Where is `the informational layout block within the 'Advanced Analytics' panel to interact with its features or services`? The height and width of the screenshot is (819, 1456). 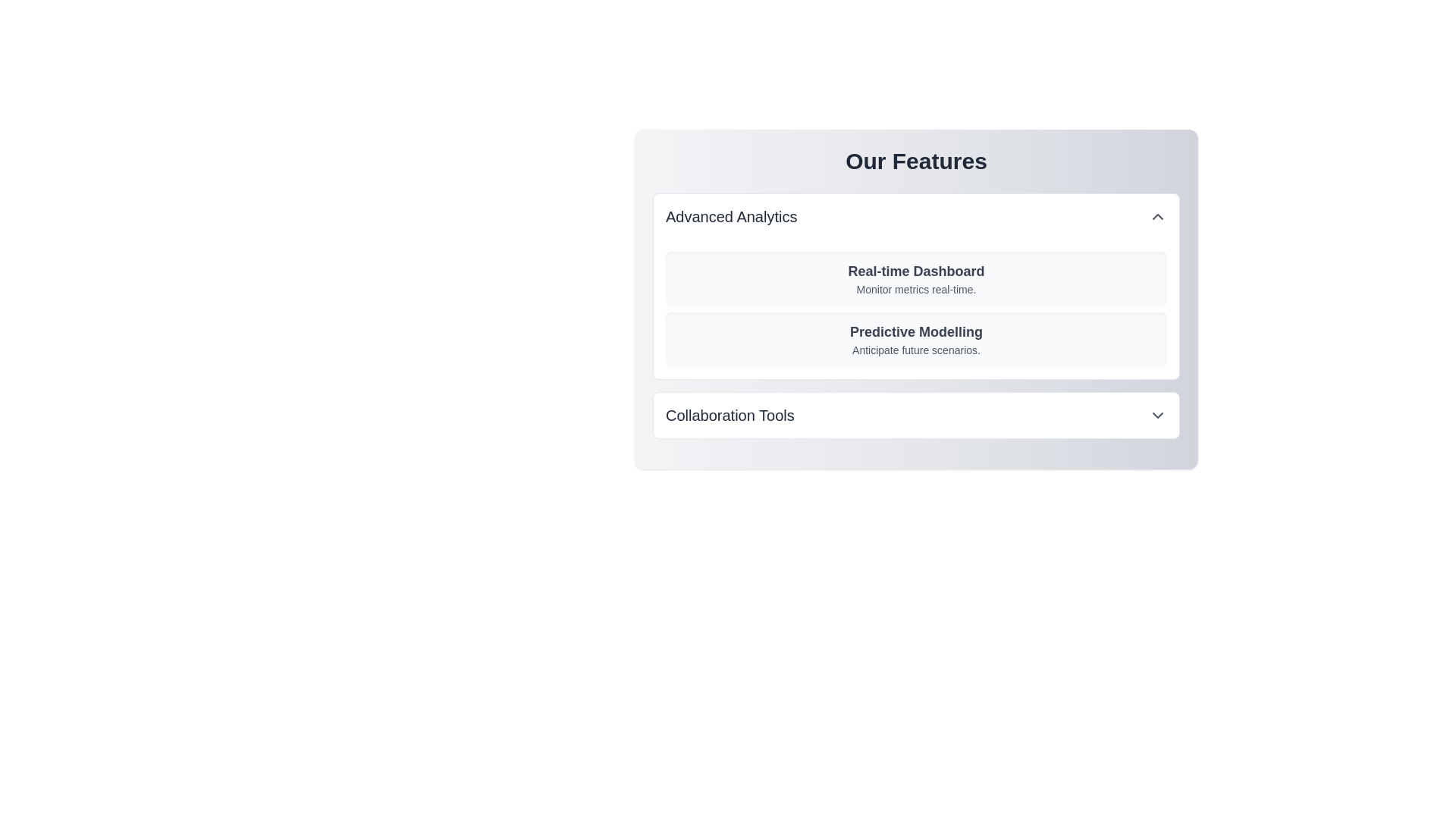 the informational layout block within the 'Advanced Analytics' panel to interact with its features or services is located at coordinates (915, 309).